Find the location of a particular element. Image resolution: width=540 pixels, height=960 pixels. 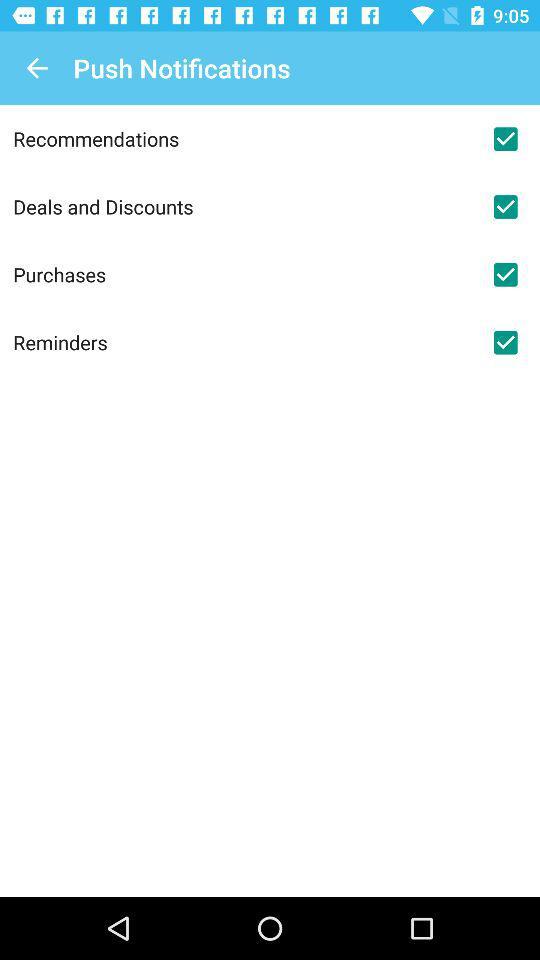

icon next to the push notifications icon is located at coordinates (36, 68).